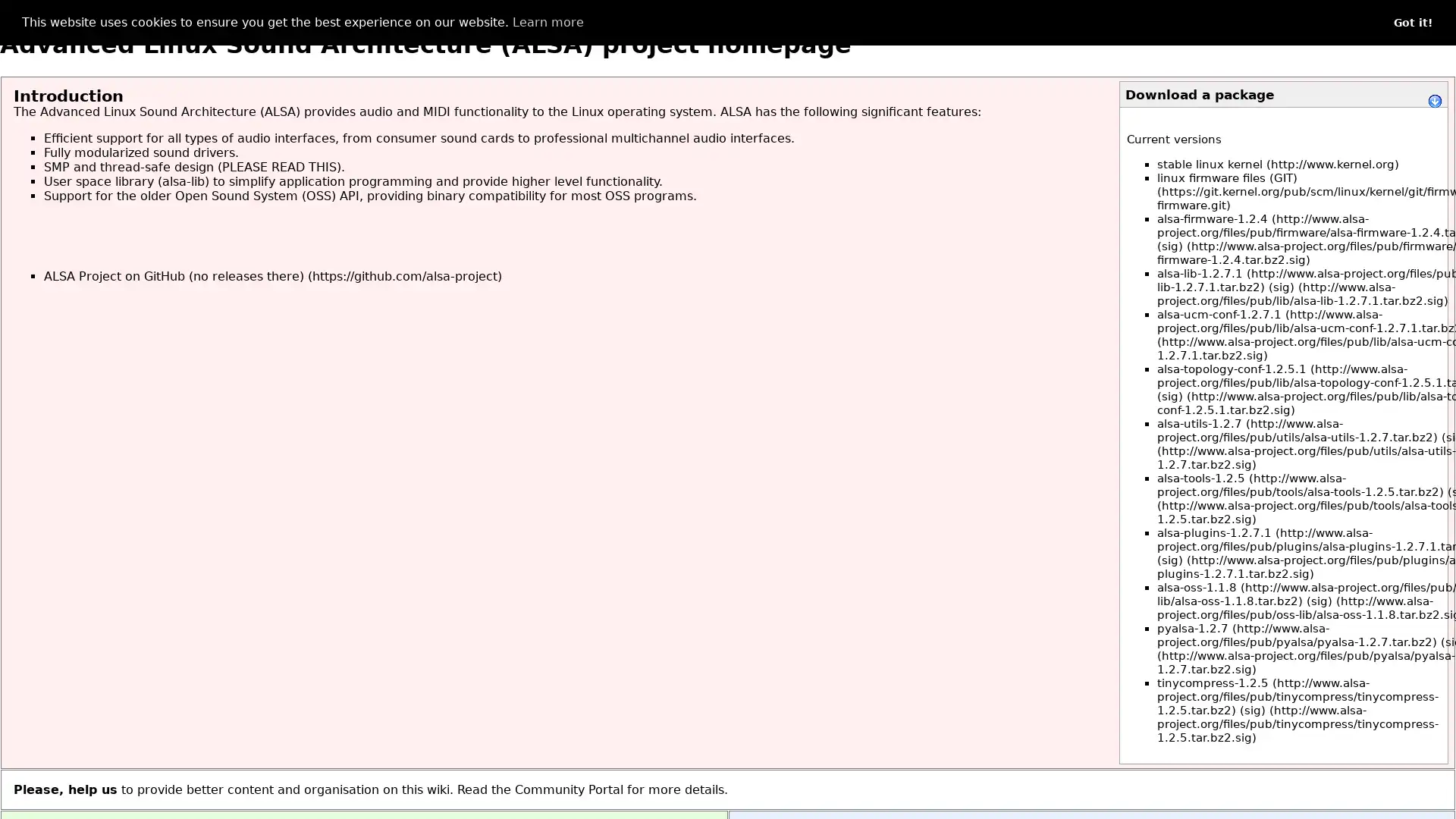 The image size is (1456, 819). What do you see at coordinates (1412, 23) in the screenshot?
I see `dismiss cookie message` at bounding box center [1412, 23].